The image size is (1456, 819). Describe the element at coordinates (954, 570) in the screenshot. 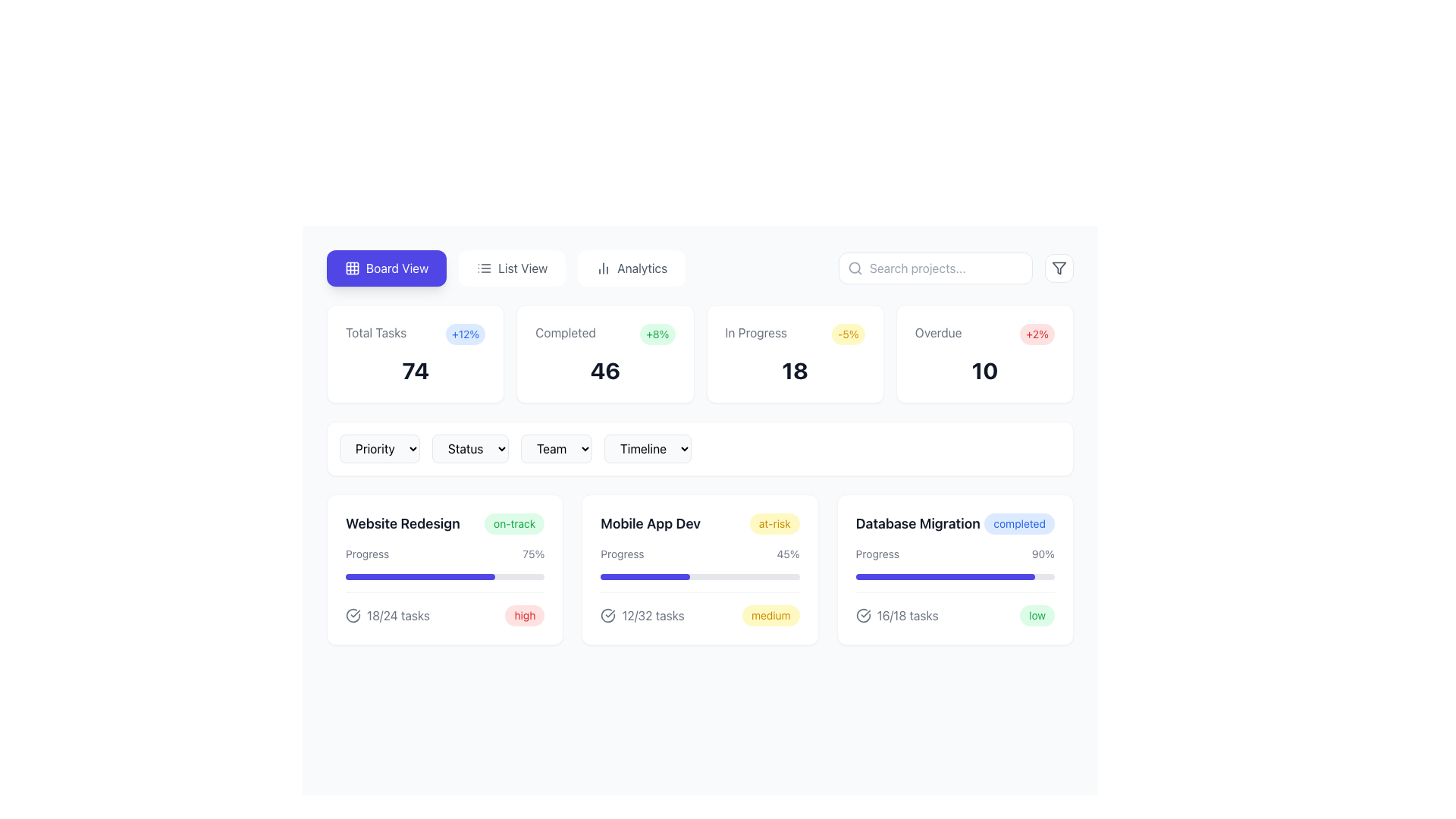

I see `task completion ratio from the Information card titled 'Database Migration', which is the third card in a row of three cards representing project statuses` at that location.